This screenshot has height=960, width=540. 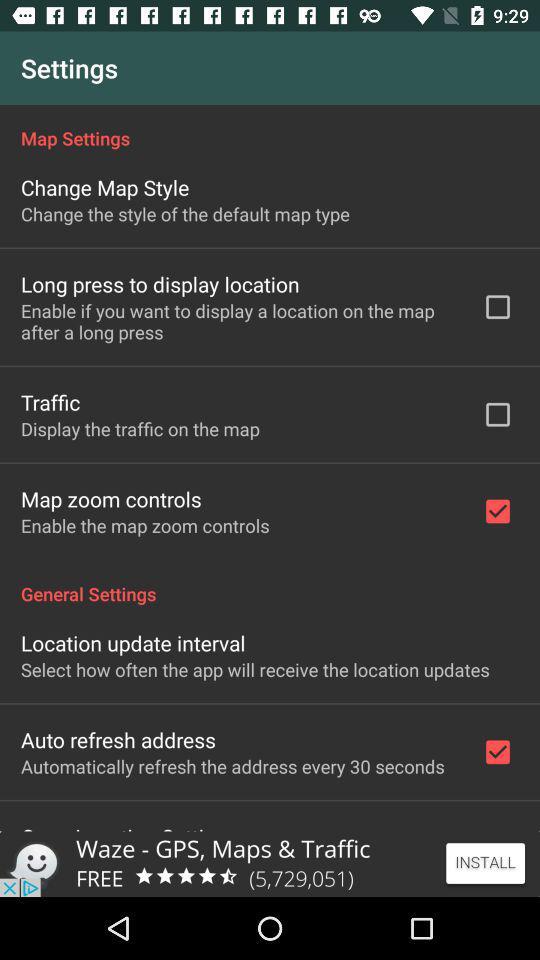 What do you see at coordinates (133, 642) in the screenshot?
I see `the icon above the select how often item` at bounding box center [133, 642].